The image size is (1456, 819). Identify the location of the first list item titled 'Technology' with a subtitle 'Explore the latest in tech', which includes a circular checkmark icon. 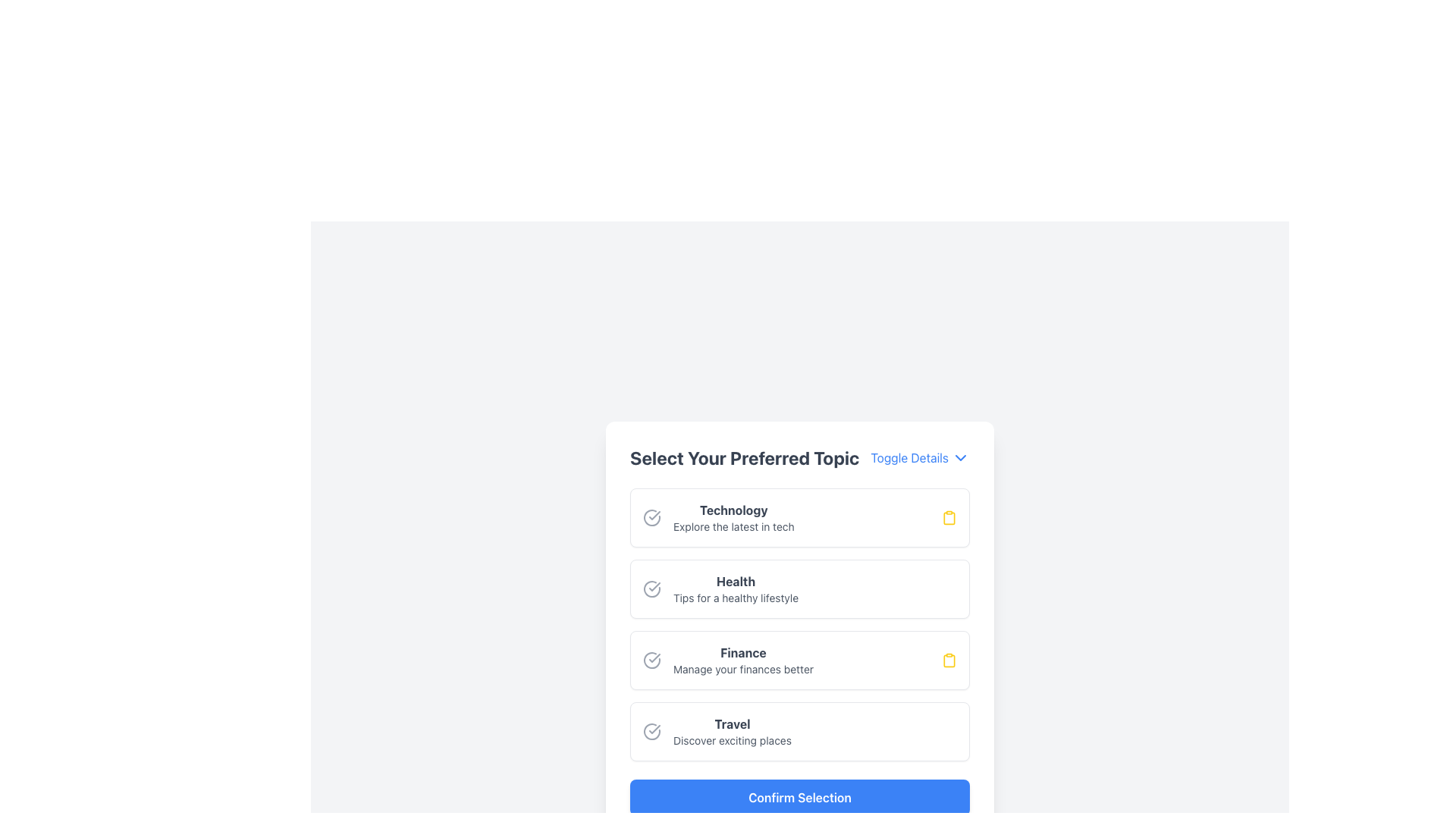
(717, 516).